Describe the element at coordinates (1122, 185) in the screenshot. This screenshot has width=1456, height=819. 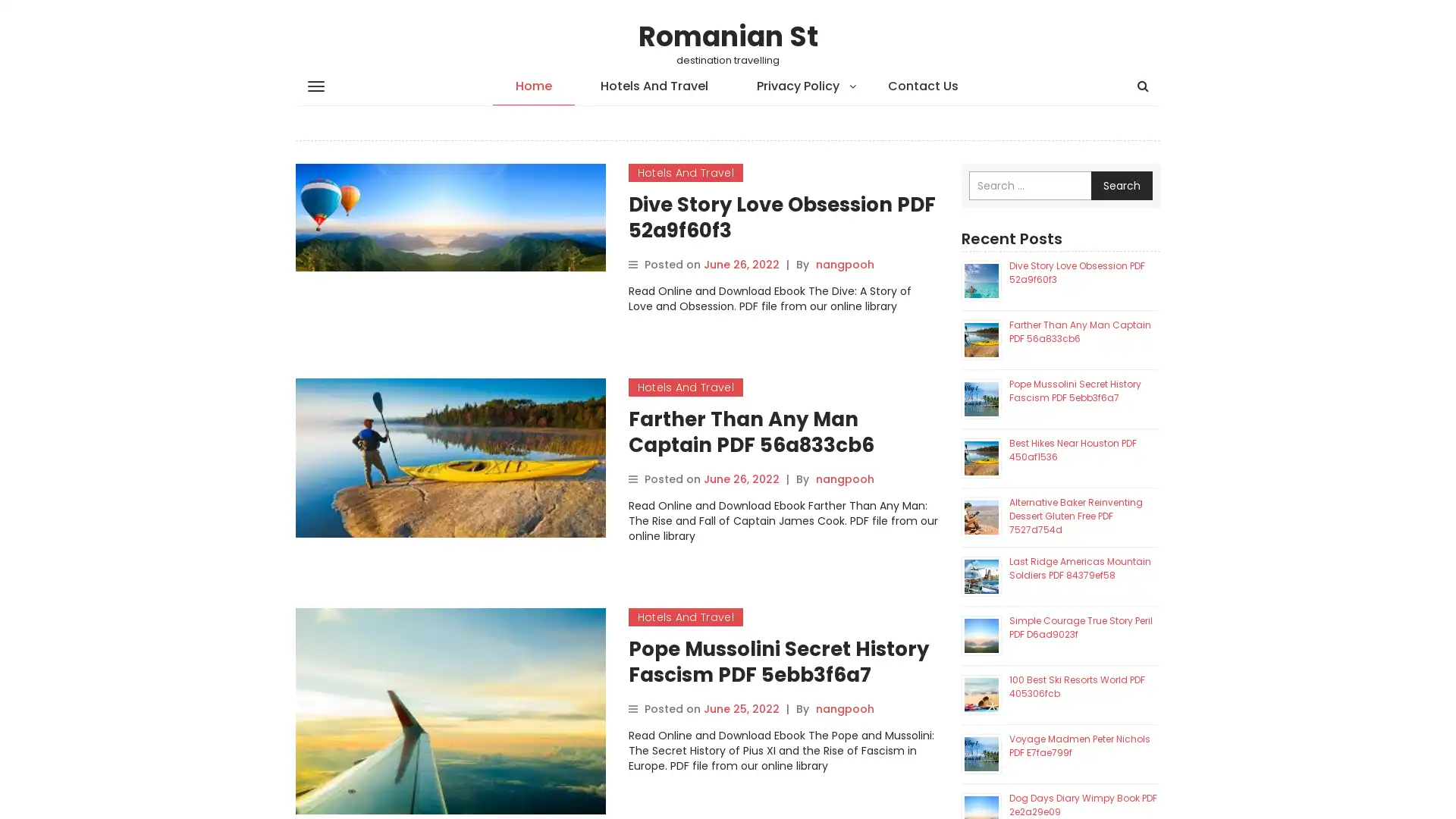
I see `Search` at that location.